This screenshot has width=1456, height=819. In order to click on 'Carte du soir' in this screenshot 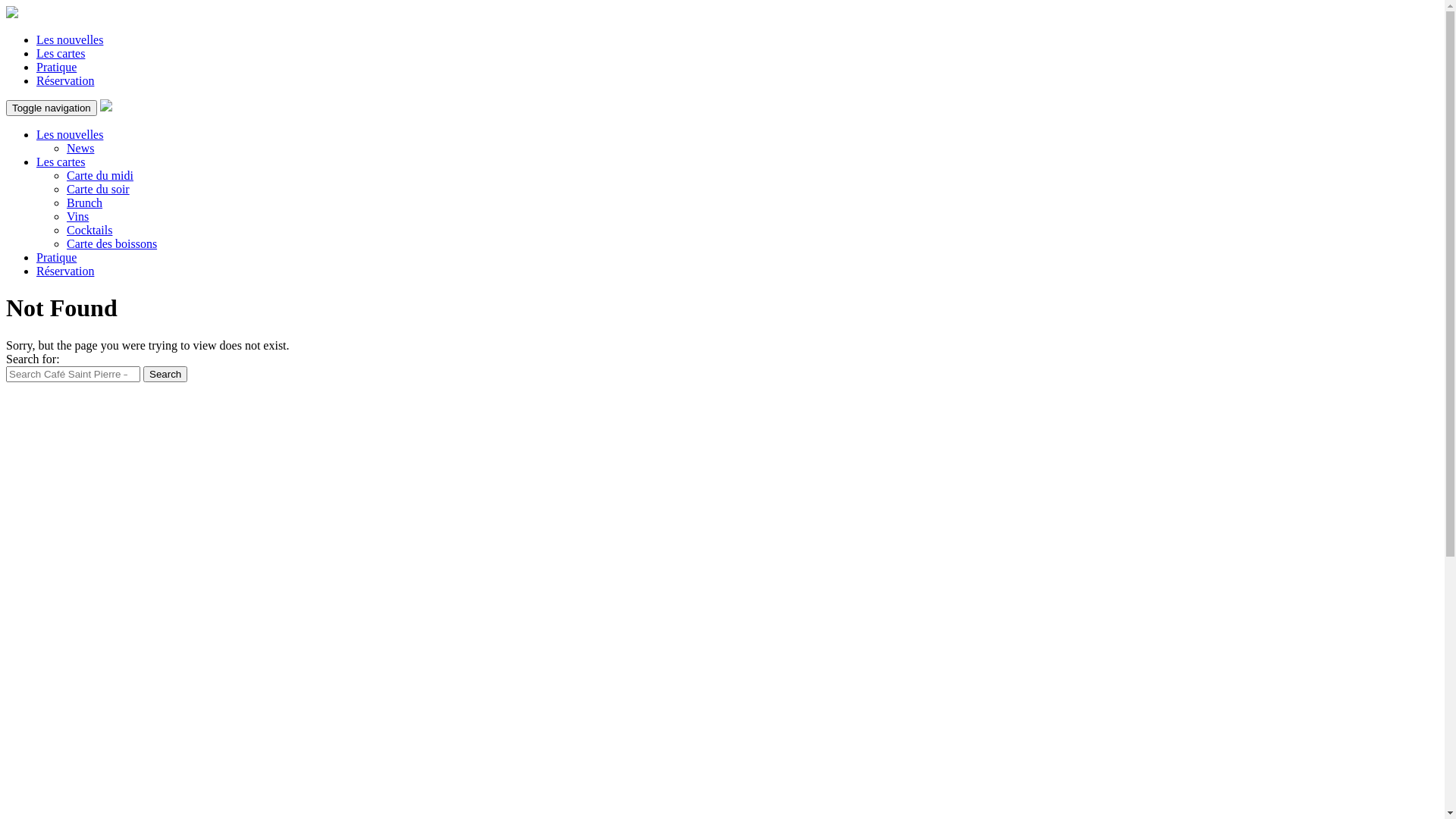, I will do `click(97, 188)`.